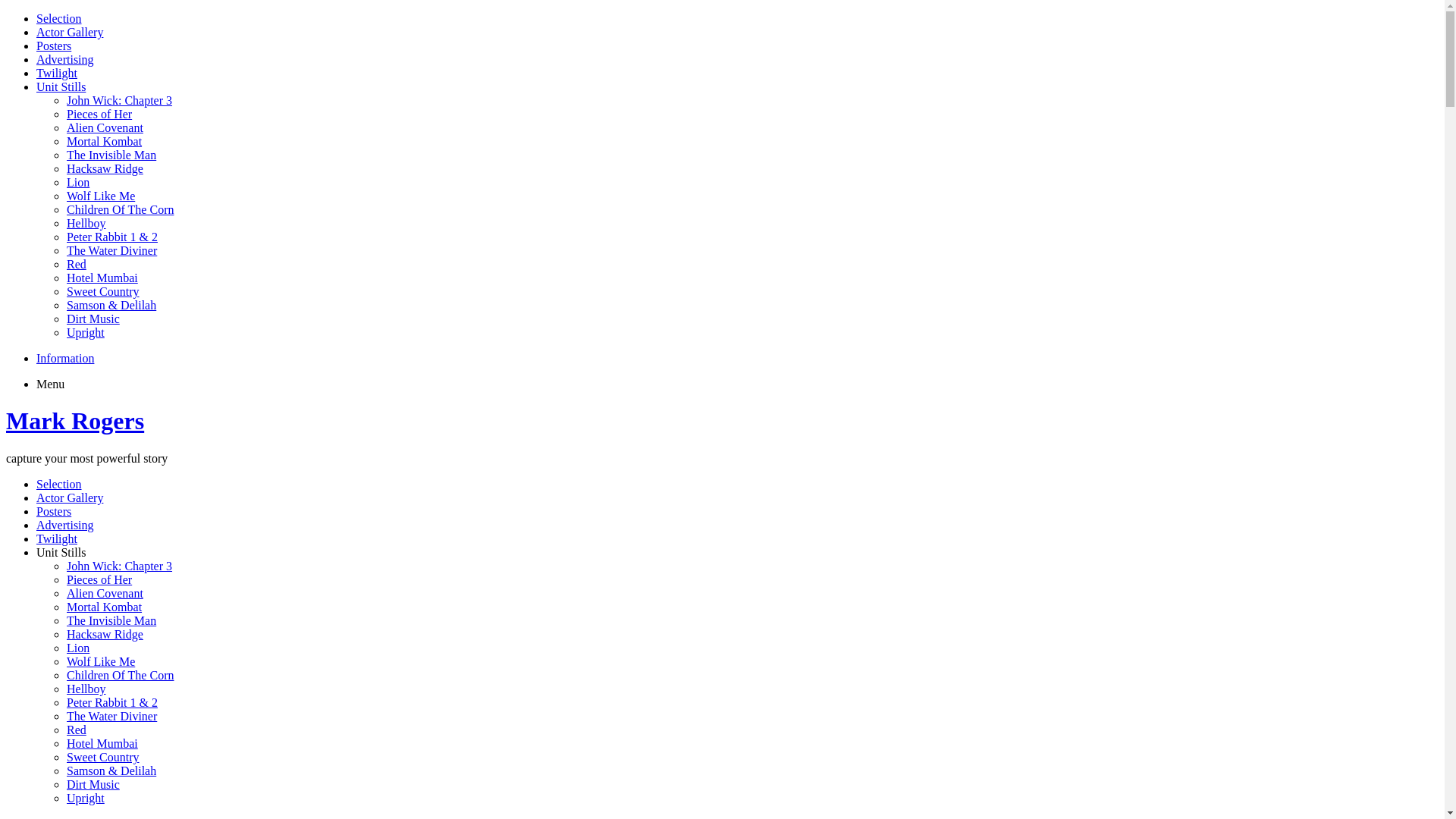 The width and height of the screenshot is (1456, 819). What do you see at coordinates (118, 100) in the screenshot?
I see `'John Wick: Chapter 3'` at bounding box center [118, 100].